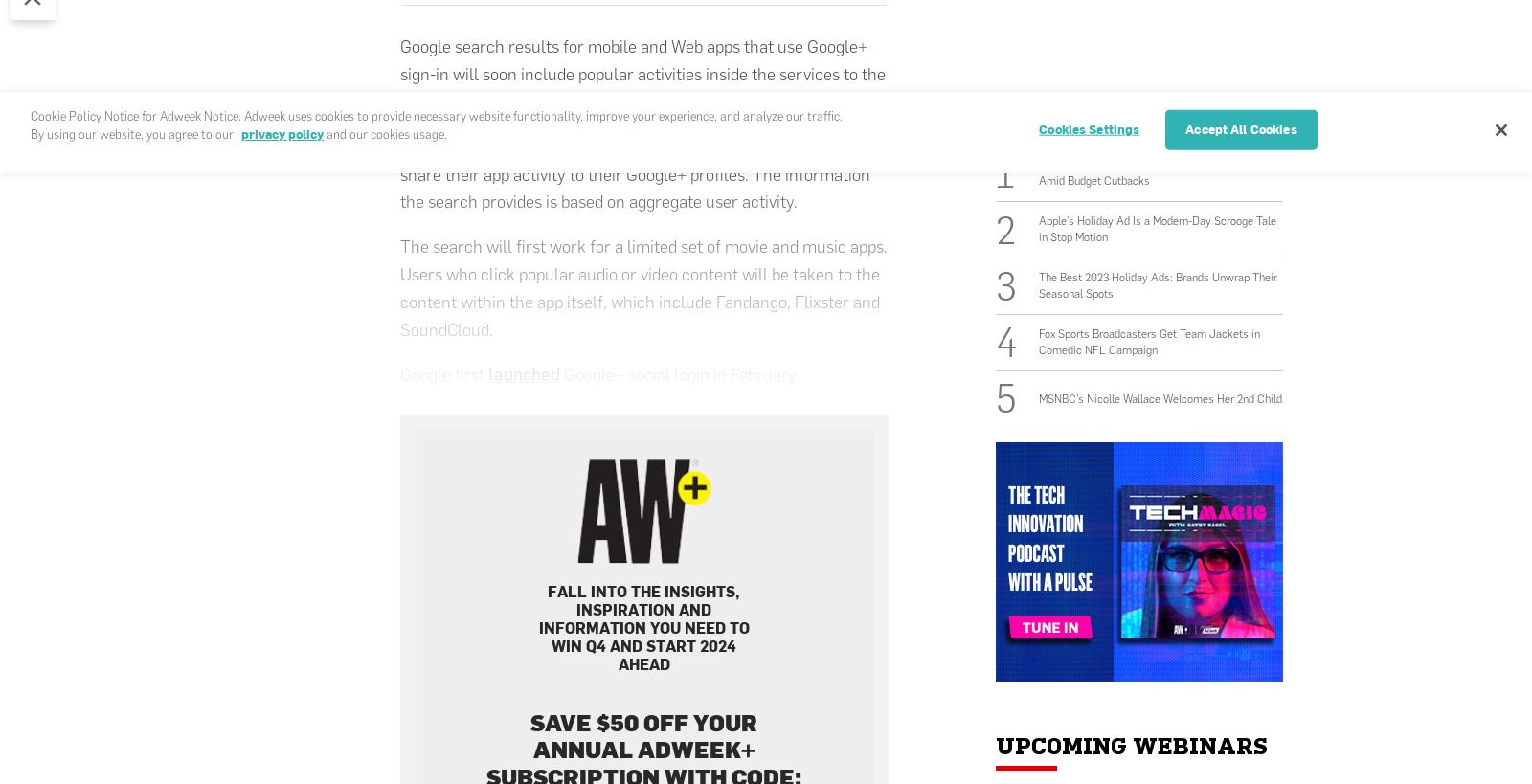  I want to click on 'Google+ social login in February.', so click(679, 373).